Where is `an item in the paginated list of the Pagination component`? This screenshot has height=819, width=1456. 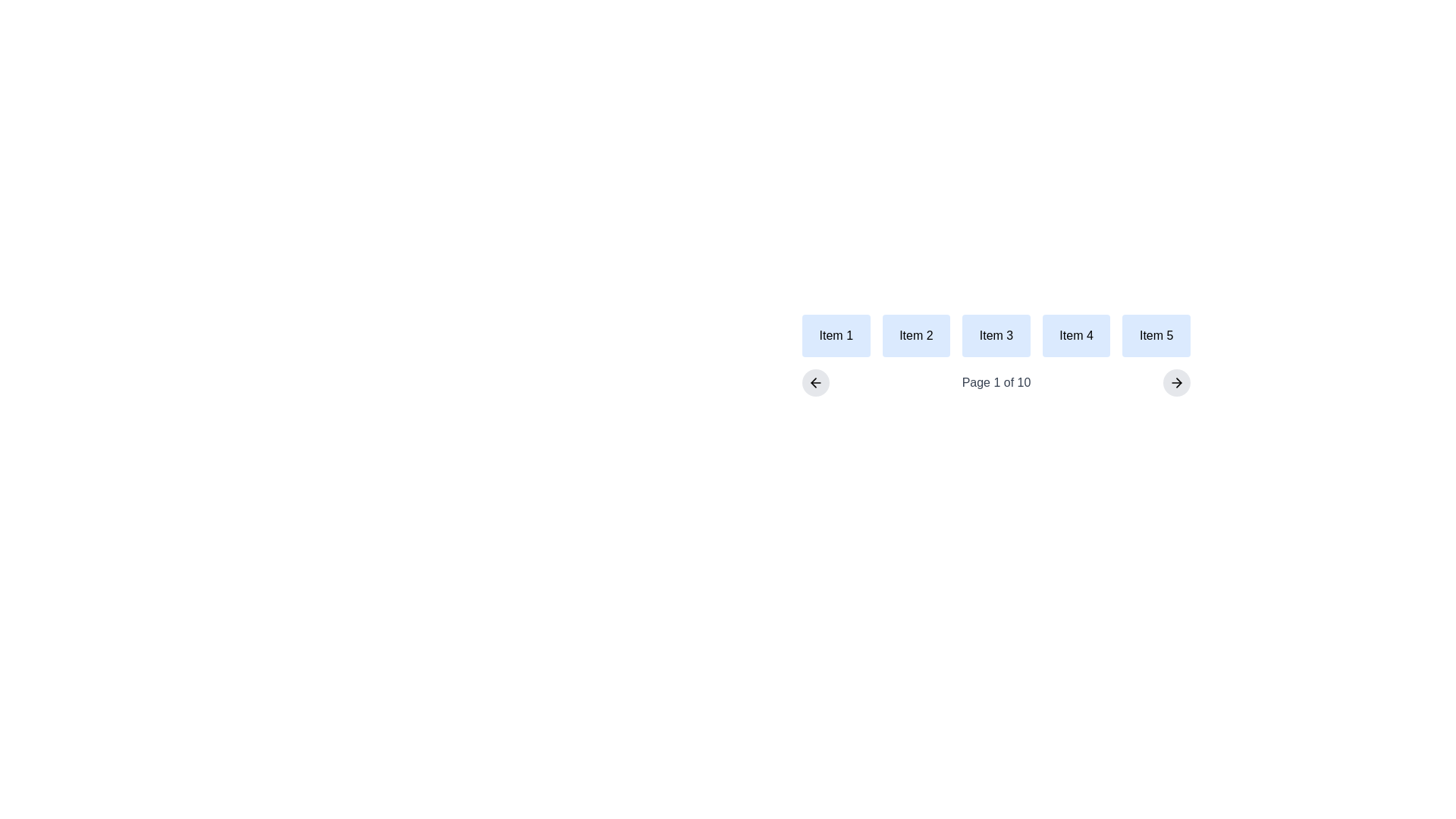
an item in the paginated list of the Pagination component is located at coordinates (996, 356).